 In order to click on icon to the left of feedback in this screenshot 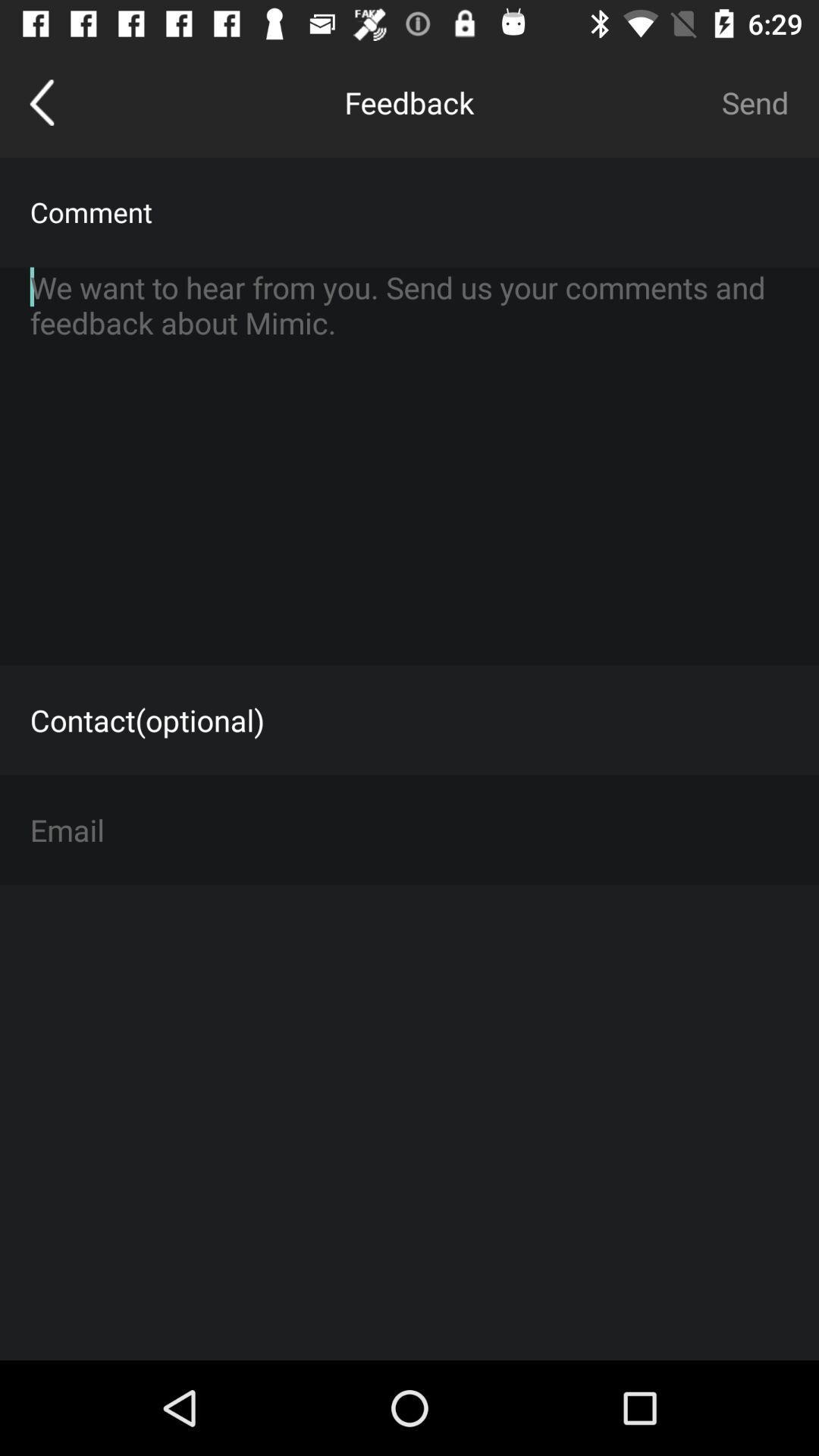, I will do `click(41, 102)`.